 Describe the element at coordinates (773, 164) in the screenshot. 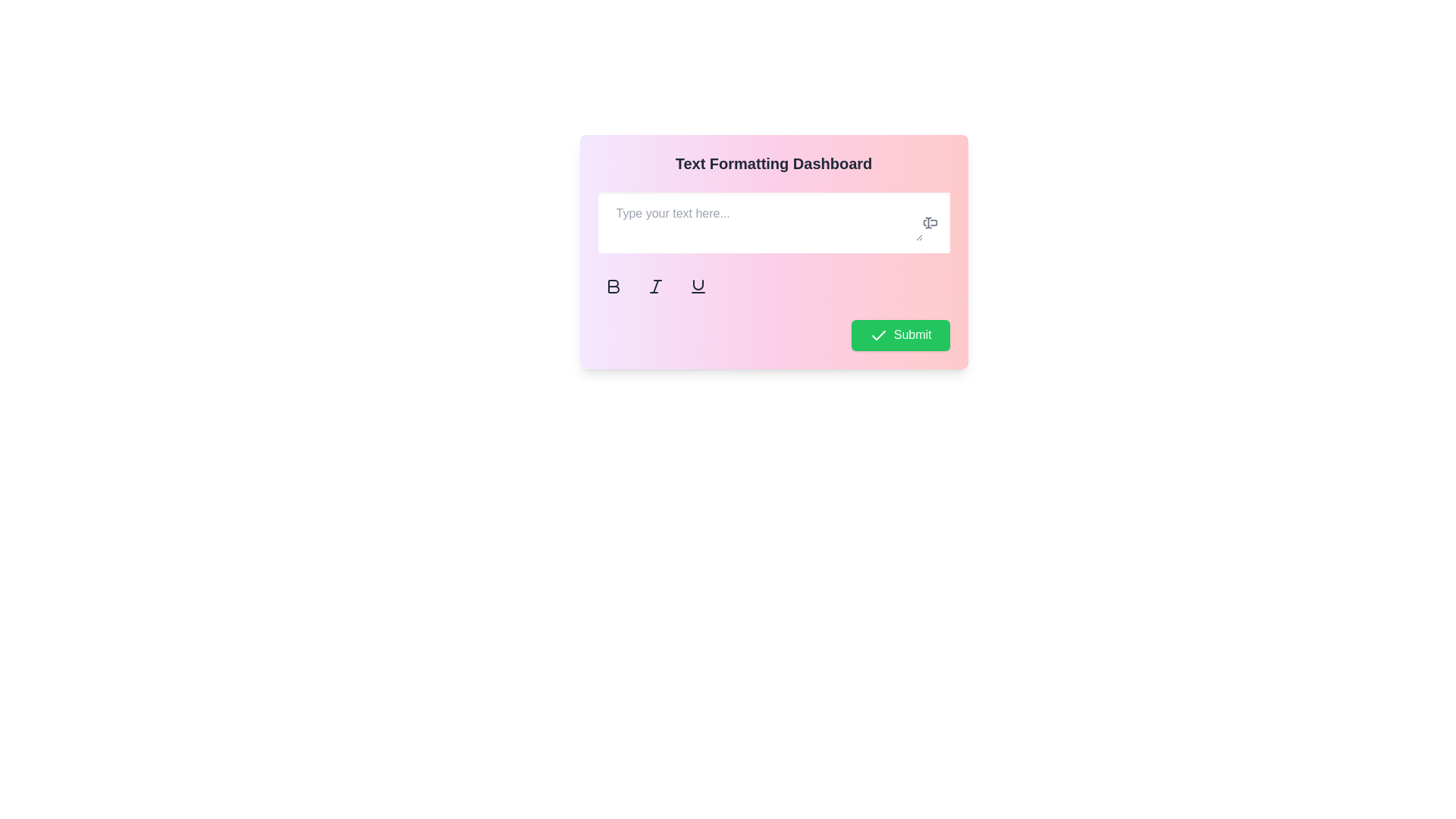

I see `the text header displaying 'Text Formatting Dashboard' which is prominently located at the top of the card interface` at that location.